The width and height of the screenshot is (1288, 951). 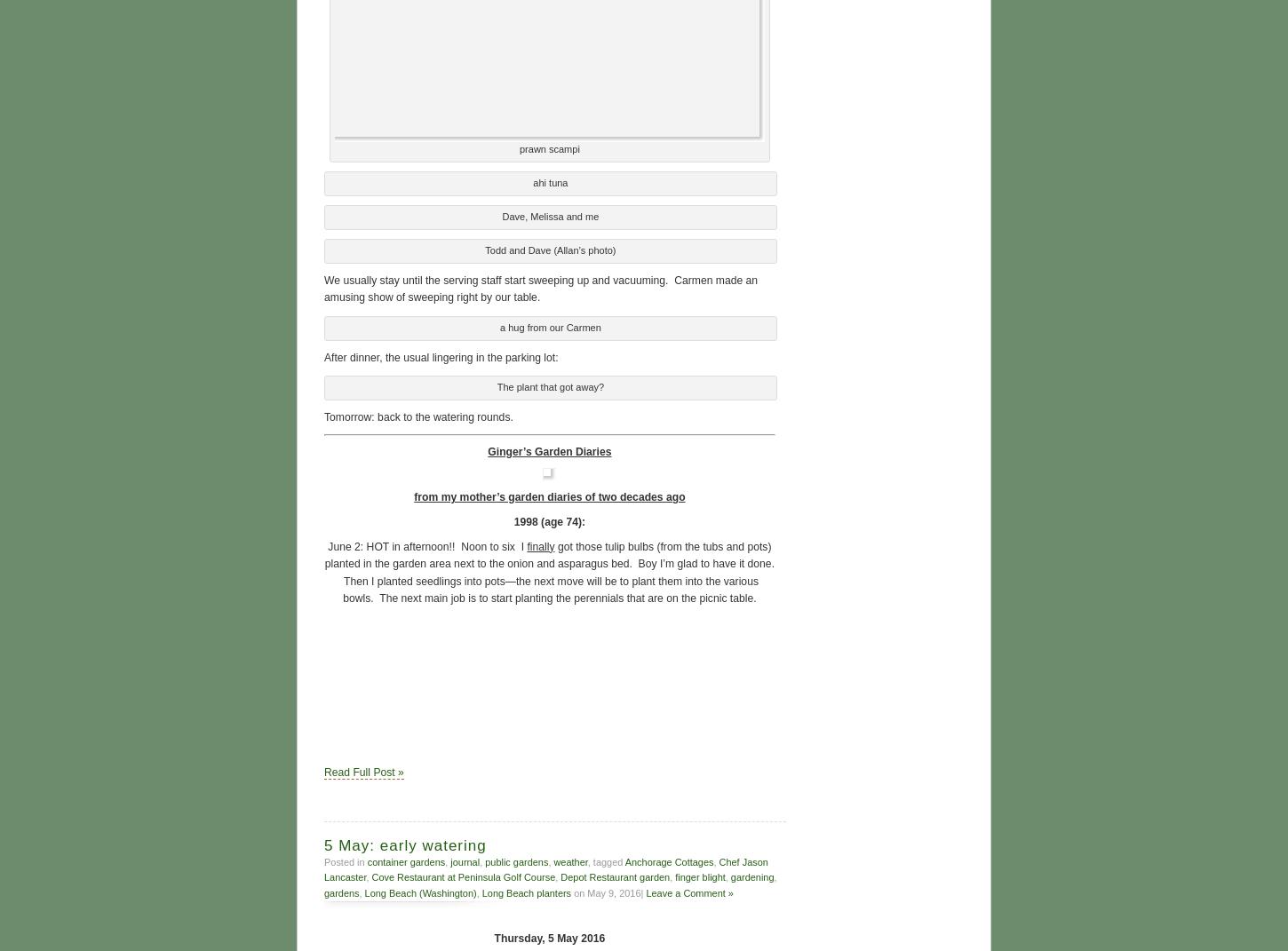 What do you see at coordinates (689, 890) in the screenshot?
I see `'Leave a Comment »'` at bounding box center [689, 890].